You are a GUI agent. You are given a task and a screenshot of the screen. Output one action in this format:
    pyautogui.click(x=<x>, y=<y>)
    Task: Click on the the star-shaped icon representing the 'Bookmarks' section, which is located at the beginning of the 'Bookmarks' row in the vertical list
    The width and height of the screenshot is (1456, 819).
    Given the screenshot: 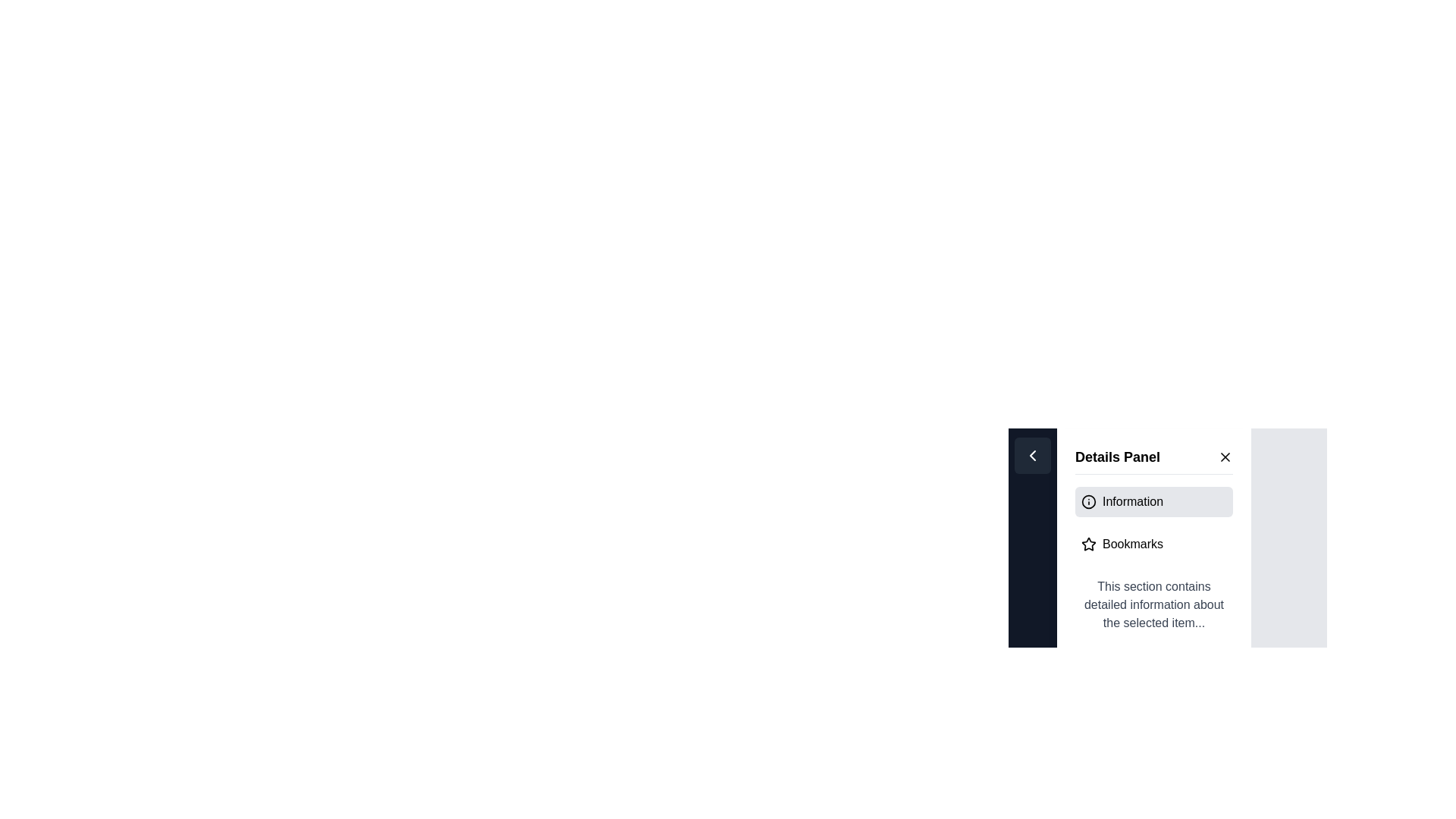 What is the action you would take?
    pyautogui.click(x=1087, y=543)
    